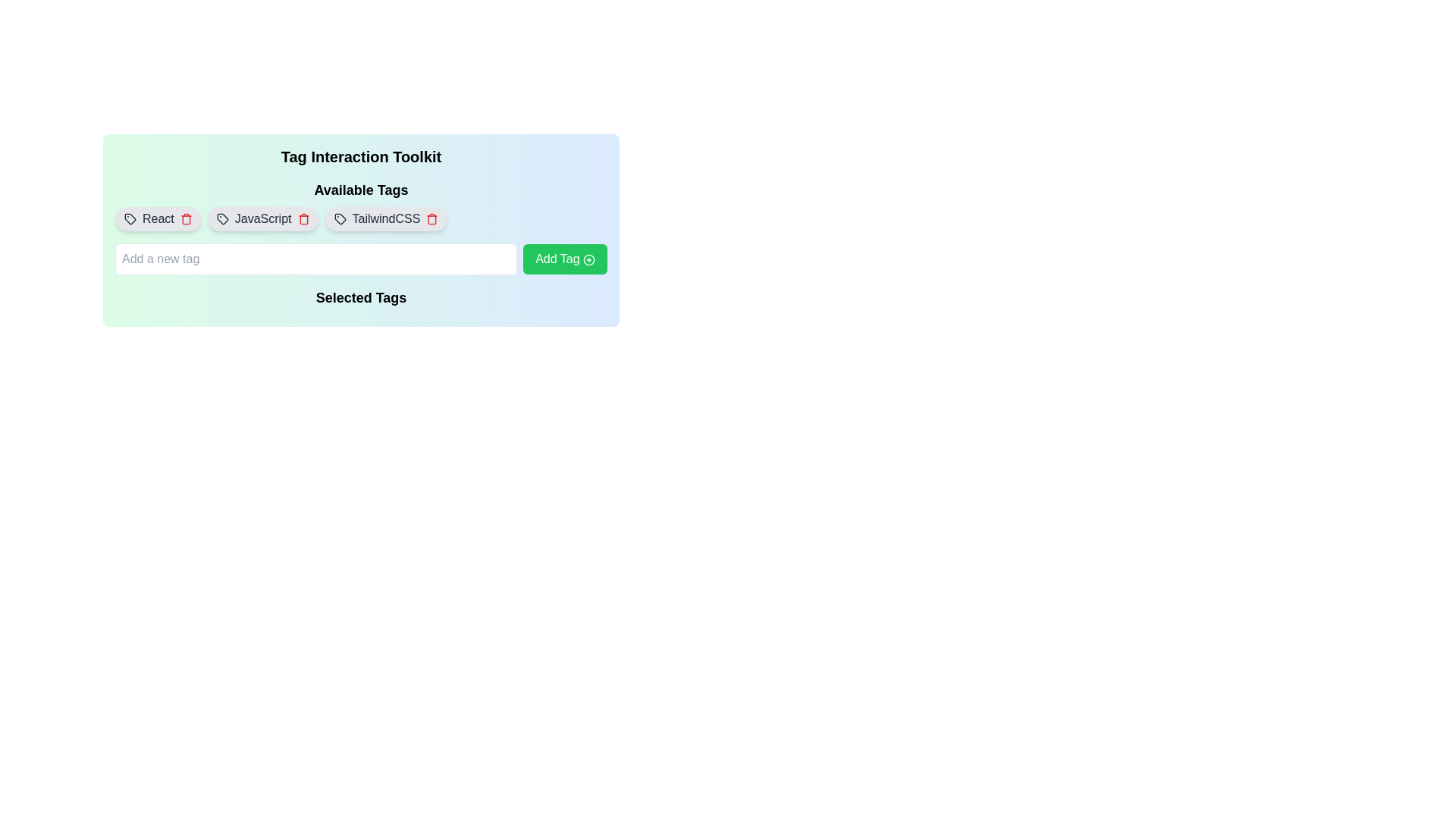 This screenshot has height=819, width=1456. Describe the element at coordinates (360, 301) in the screenshot. I see `the Text Label that identifies the area for user-selected tags, located beneath the 'Add Tag' options` at that location.